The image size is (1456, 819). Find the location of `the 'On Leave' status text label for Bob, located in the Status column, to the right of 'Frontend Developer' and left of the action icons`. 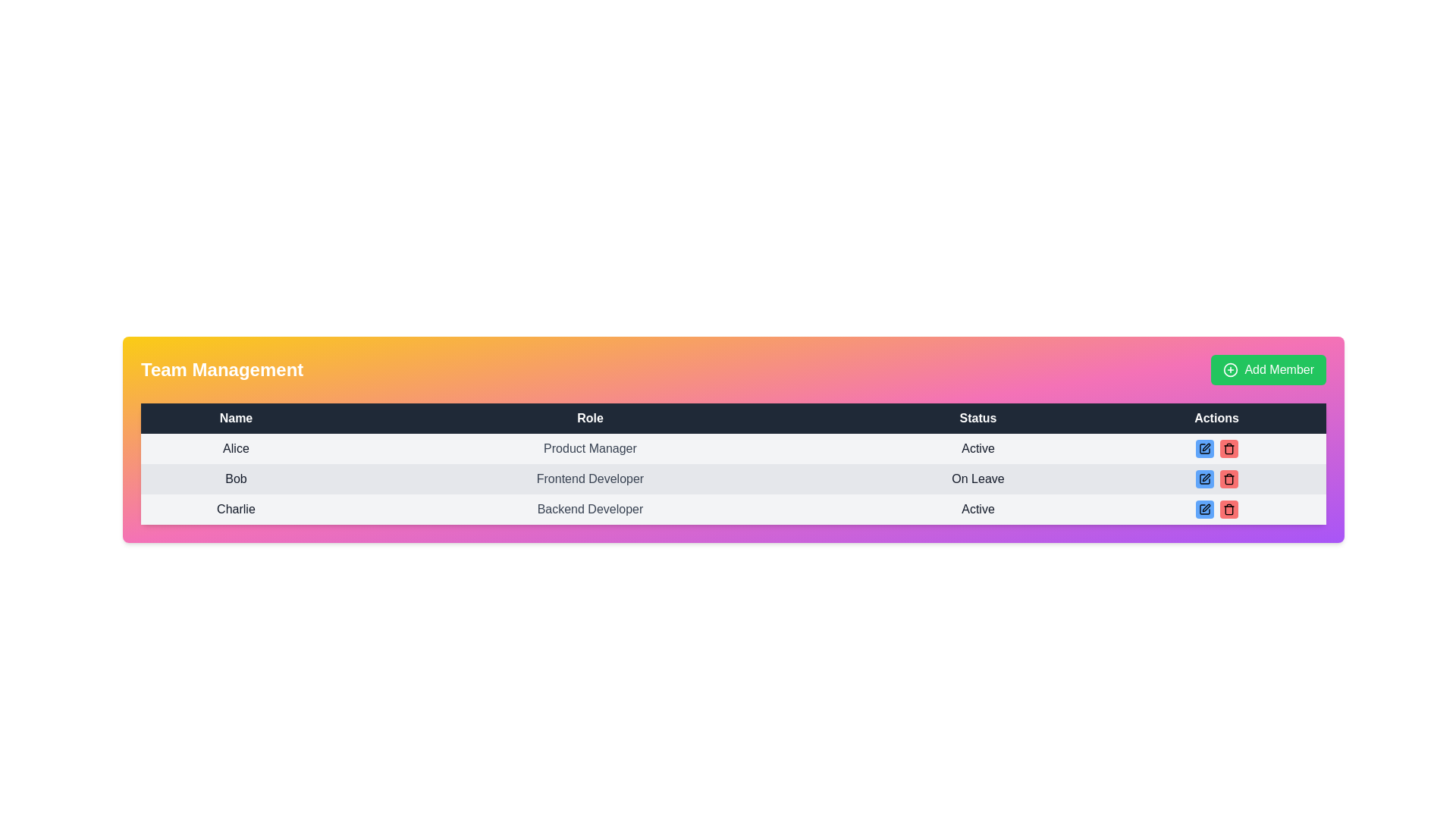

the 'On Leave' status text label for Bob, located in the Status column, to the right of 'Frontend Developer' and left of the action icons is located at coordinates (978, 479).